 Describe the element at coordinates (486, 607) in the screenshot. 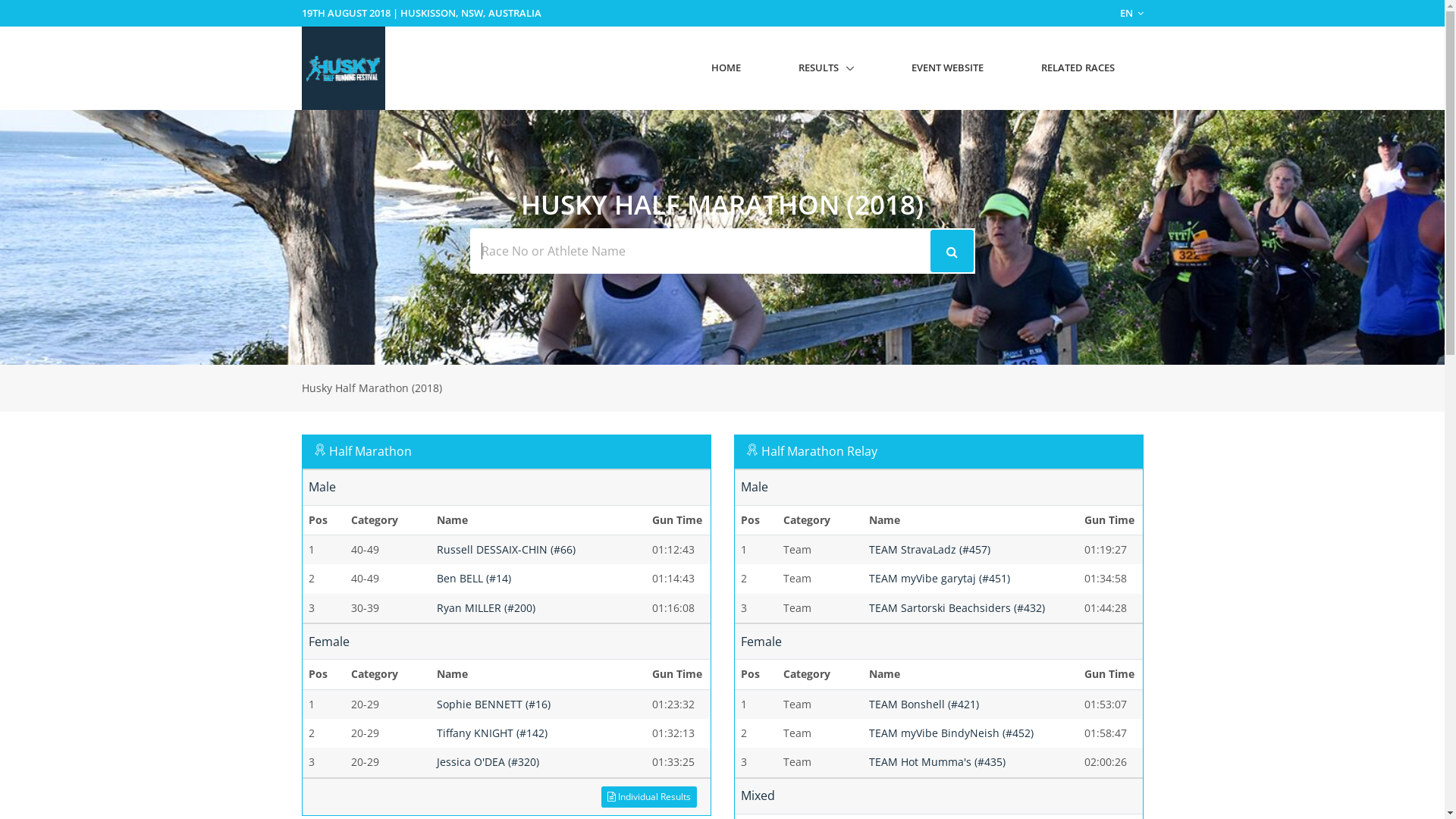

I see `'Ryan MILLER (#200)'` at that location.